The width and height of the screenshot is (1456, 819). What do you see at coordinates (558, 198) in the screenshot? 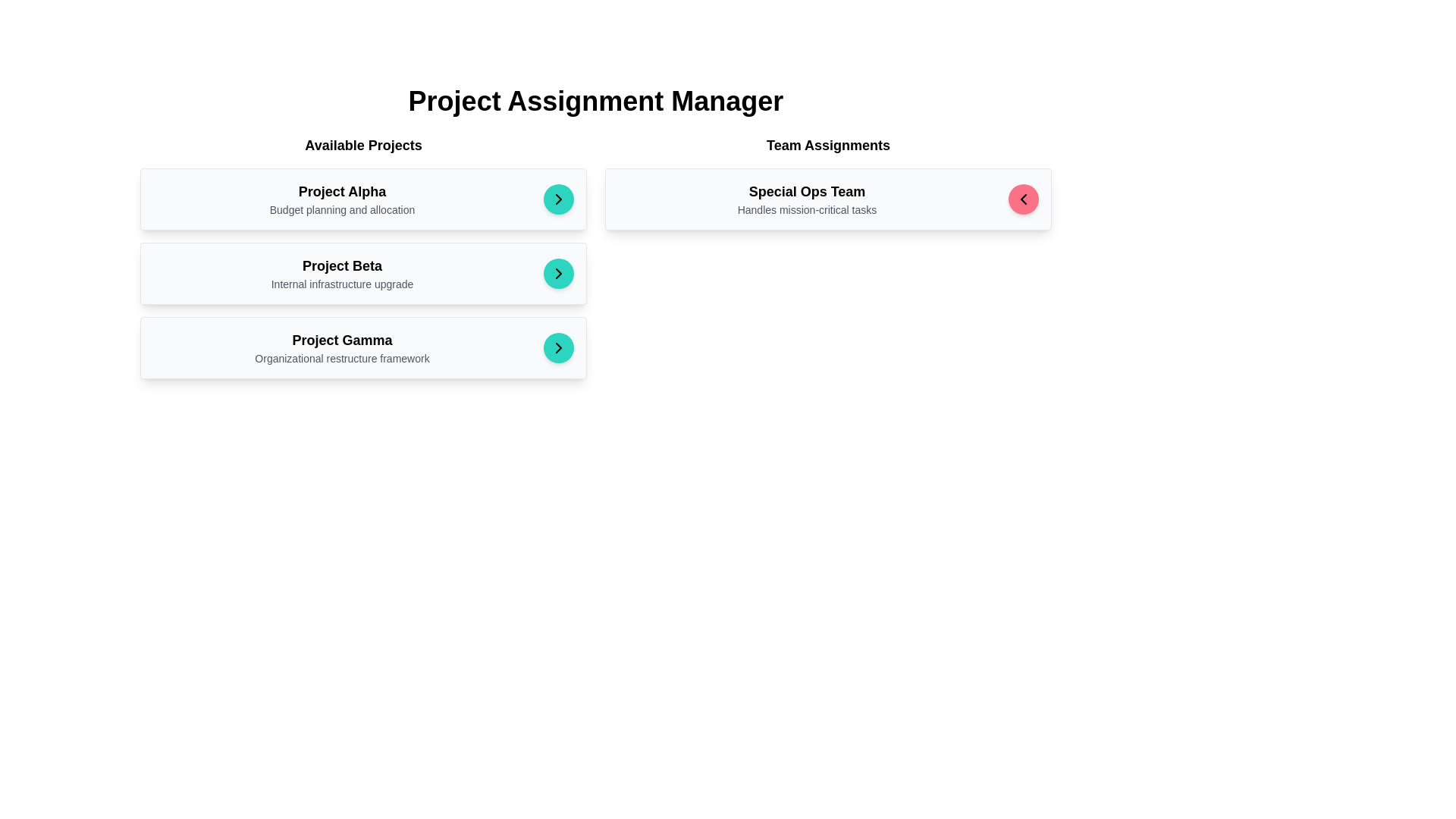
I see `the navigational arrow icon within the button component` at bounding box center [558, 198].